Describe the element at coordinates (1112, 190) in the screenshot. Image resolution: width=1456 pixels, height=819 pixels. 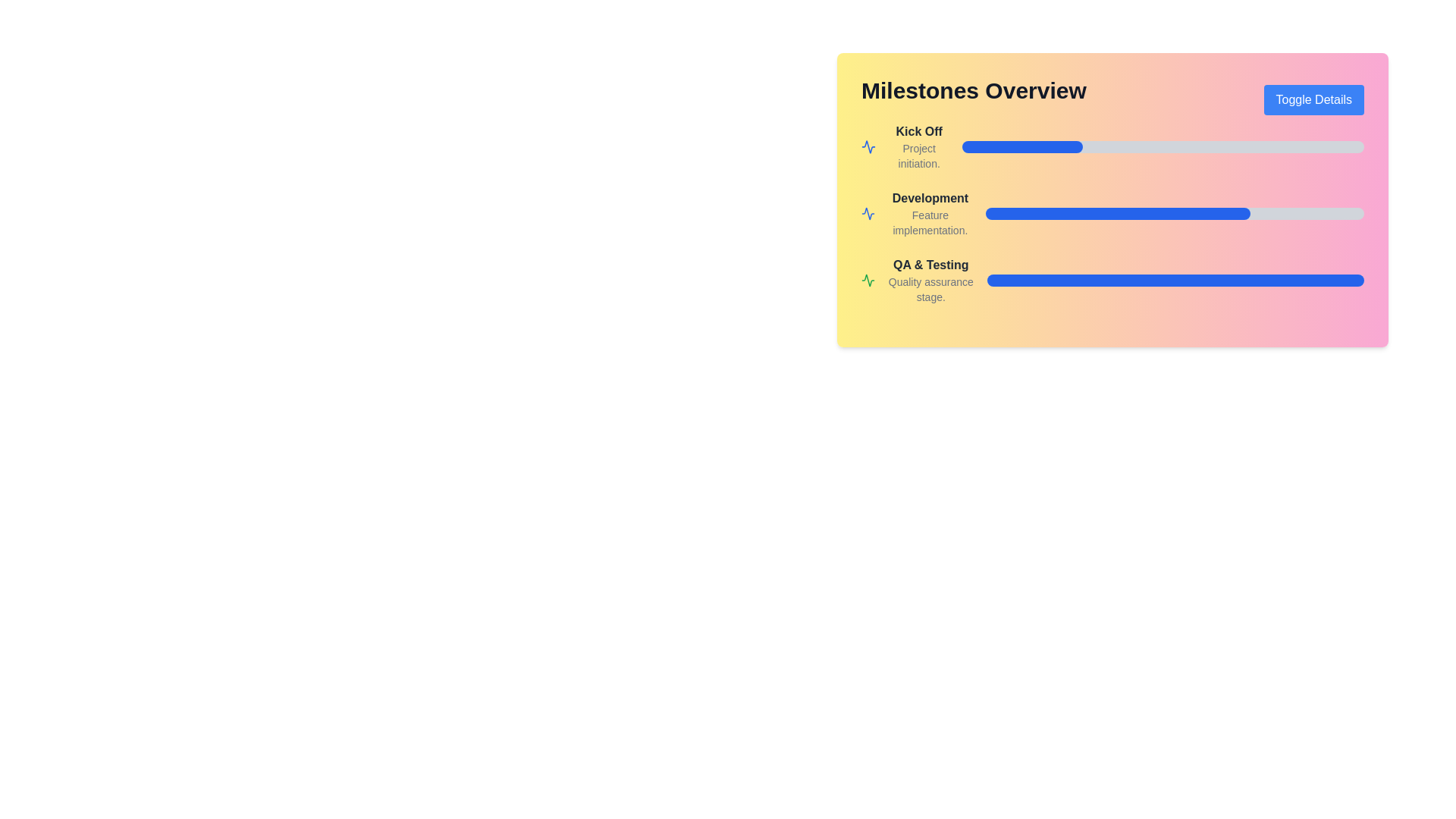
I see `the second milestone in the Milestones Overview section, which includes a title, subtitle, and a progress bar` at that location.